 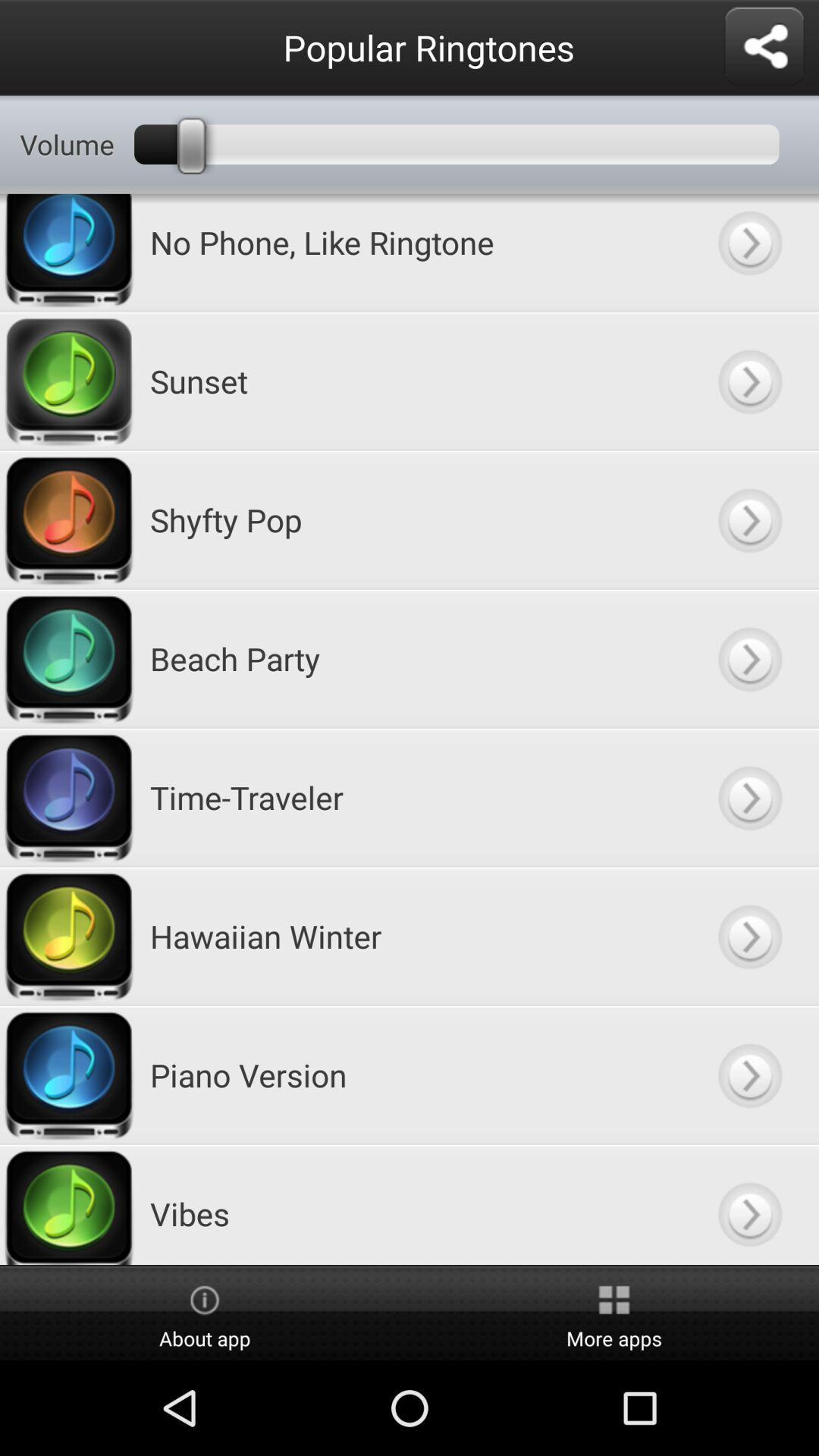 I want to click on play, so click(x=748, y=796).